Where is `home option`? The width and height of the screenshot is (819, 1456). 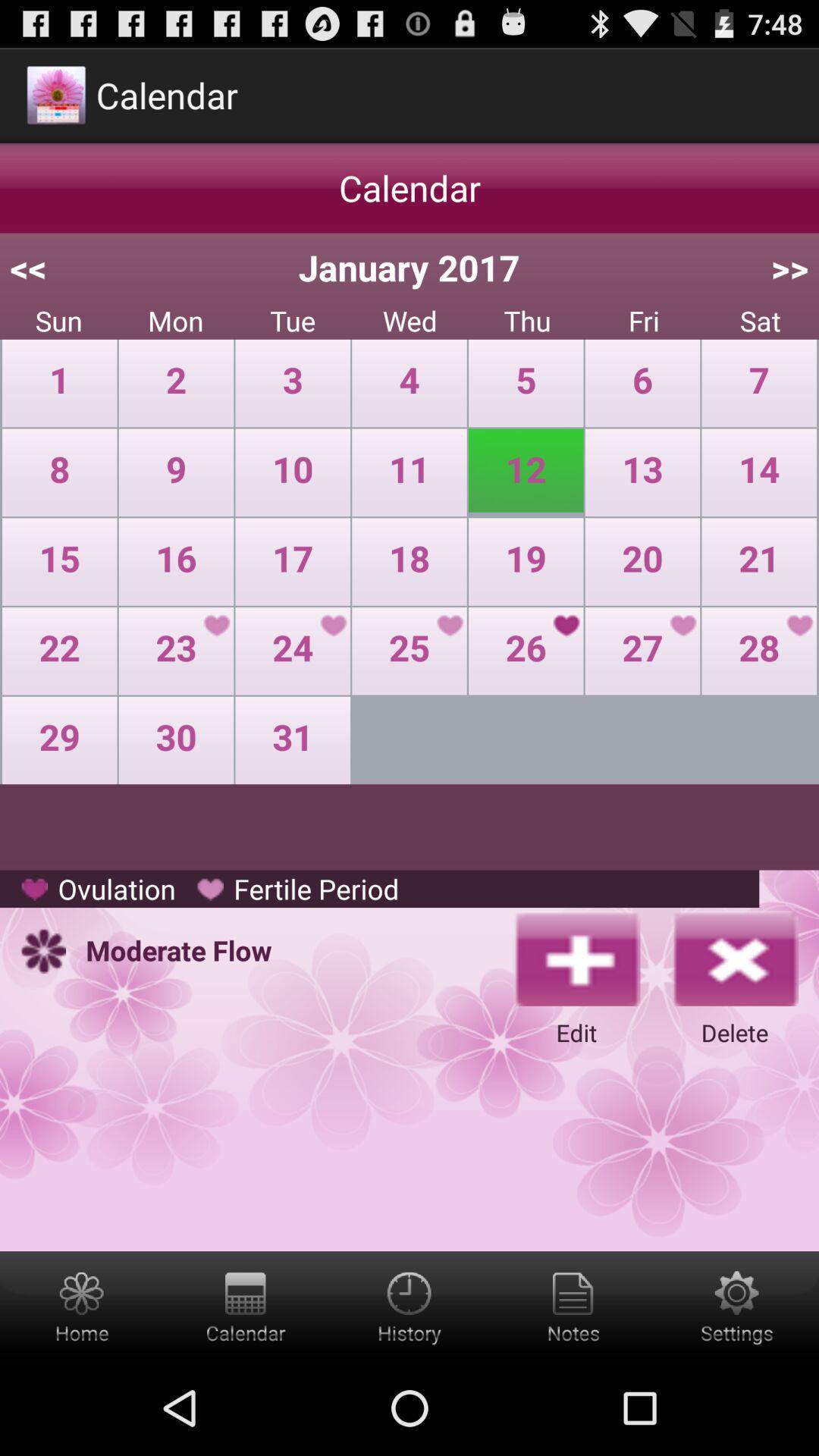 home option is located at coordinates (82, 1305).